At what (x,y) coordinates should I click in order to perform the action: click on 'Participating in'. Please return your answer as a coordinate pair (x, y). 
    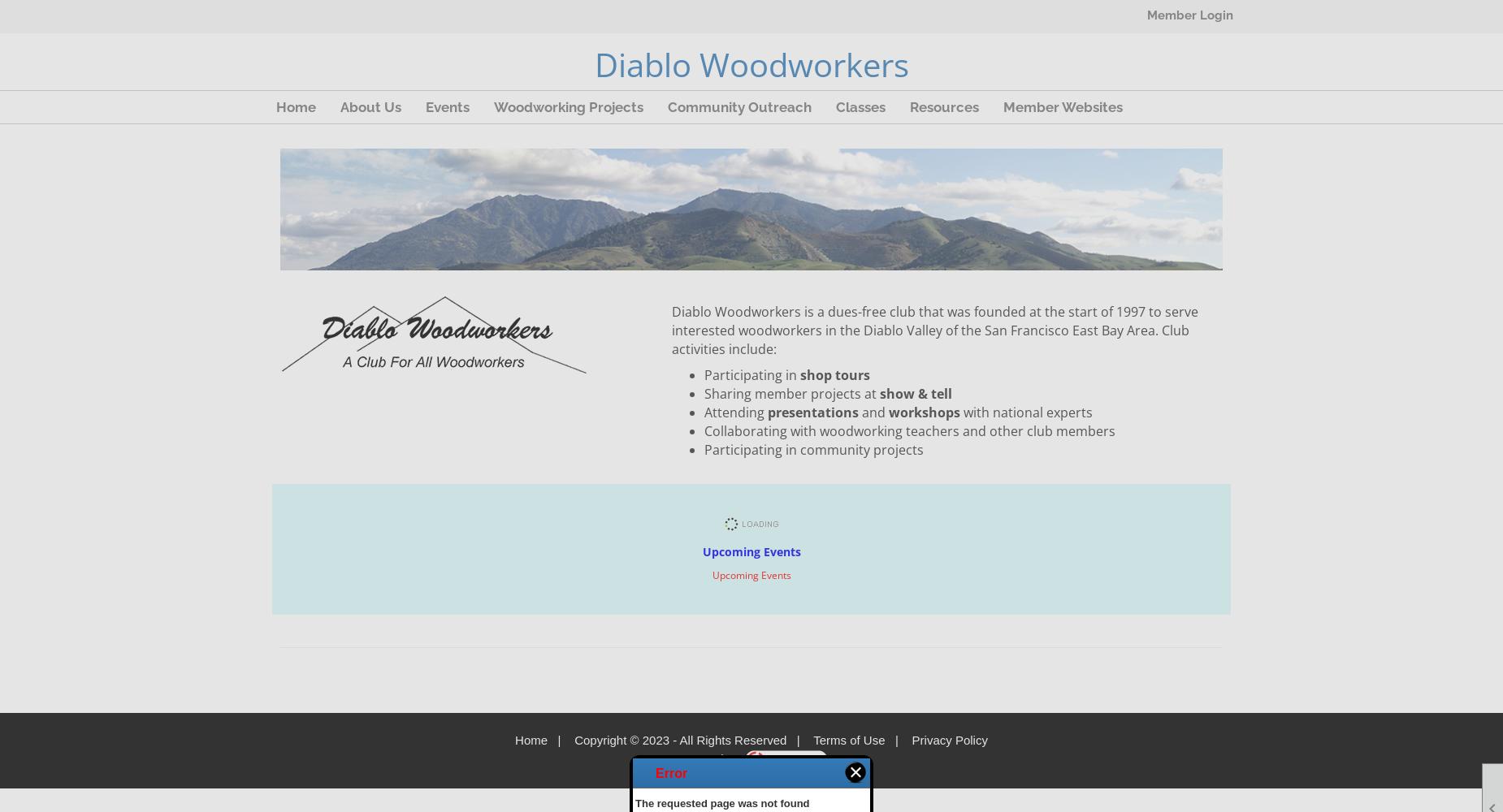
    Looking at the image, I should click on (751, 374).